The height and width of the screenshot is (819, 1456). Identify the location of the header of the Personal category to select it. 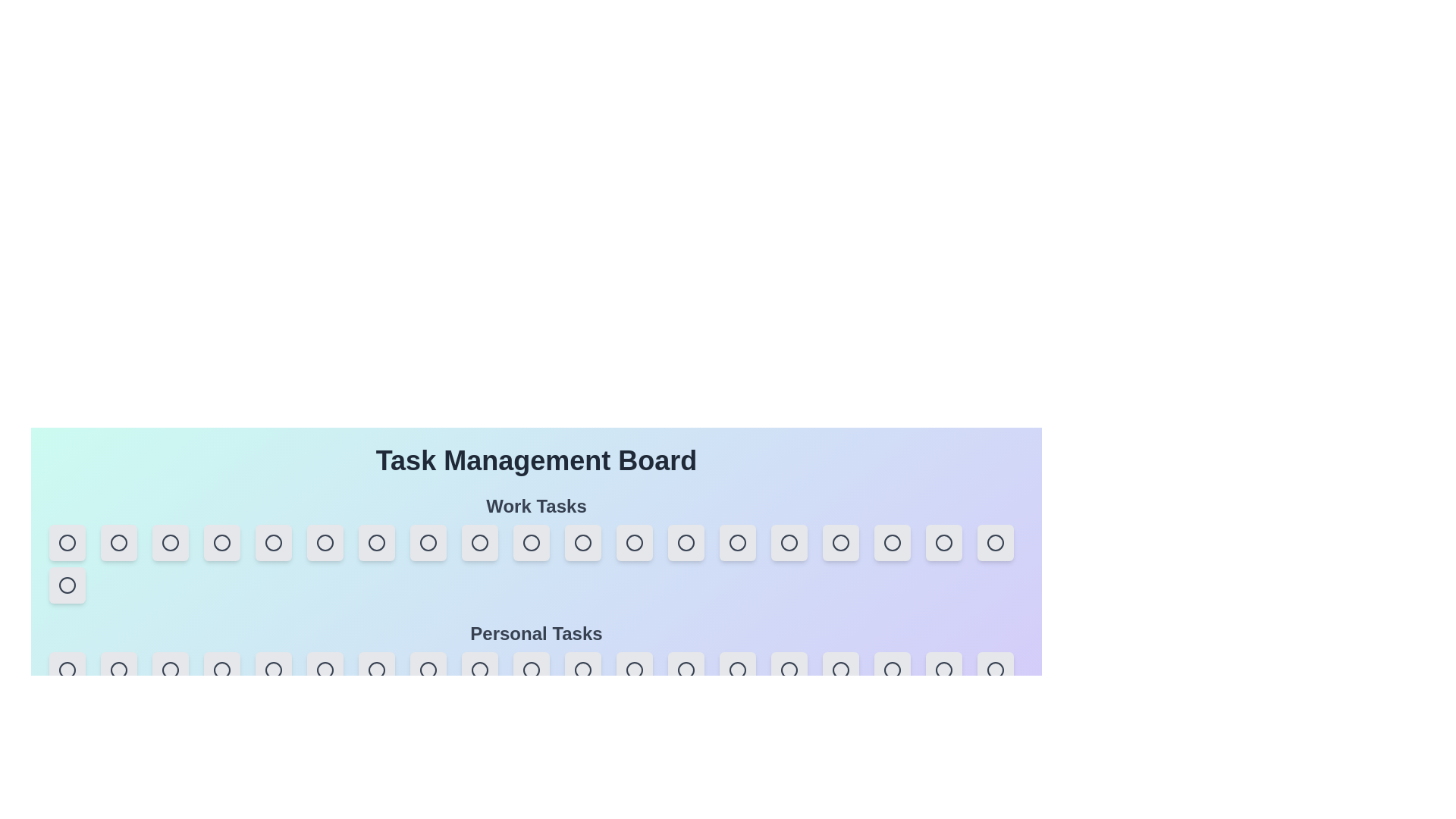
(536, 634).